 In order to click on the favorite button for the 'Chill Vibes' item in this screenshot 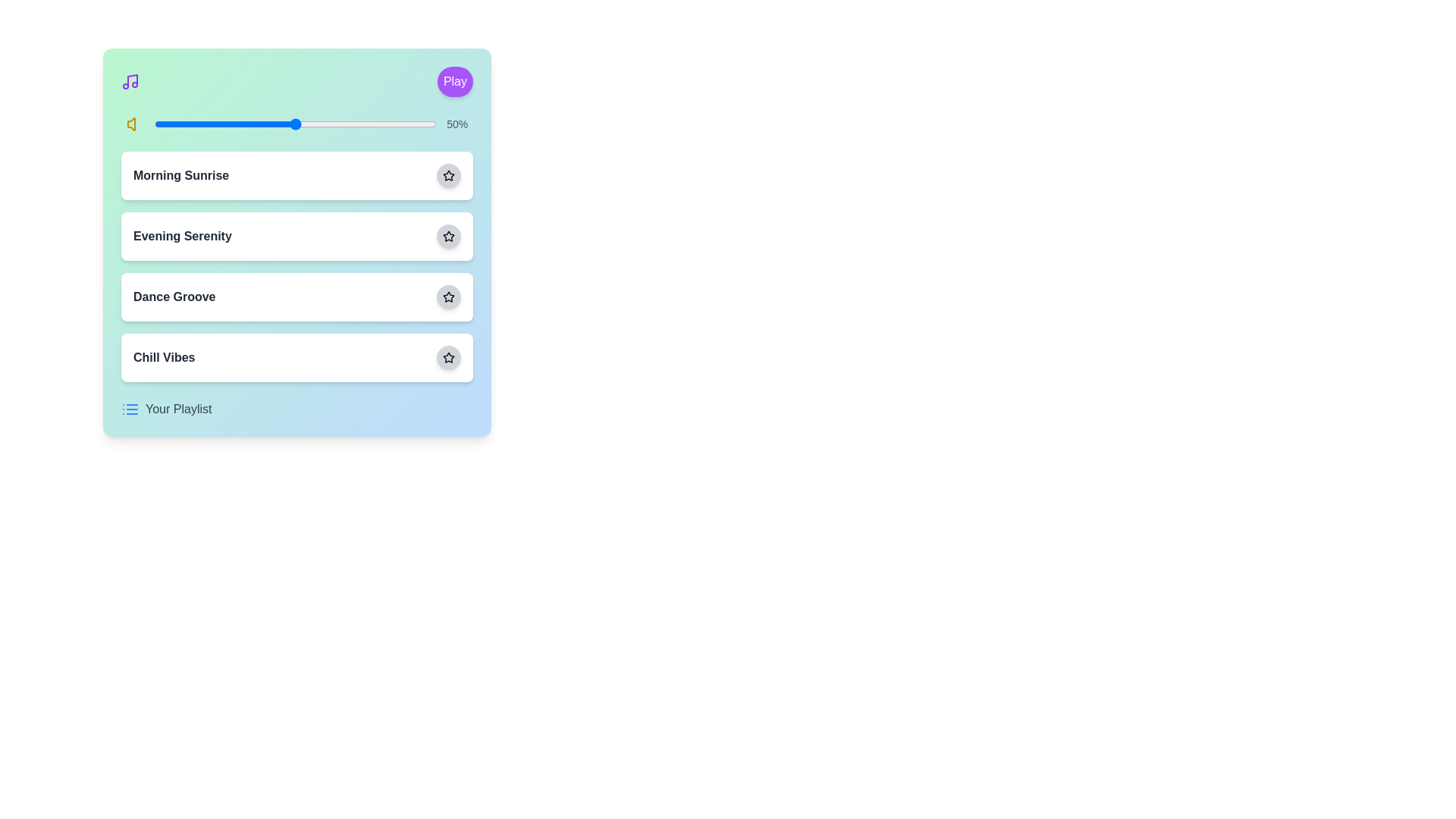, I will do `click(447, 357)`.